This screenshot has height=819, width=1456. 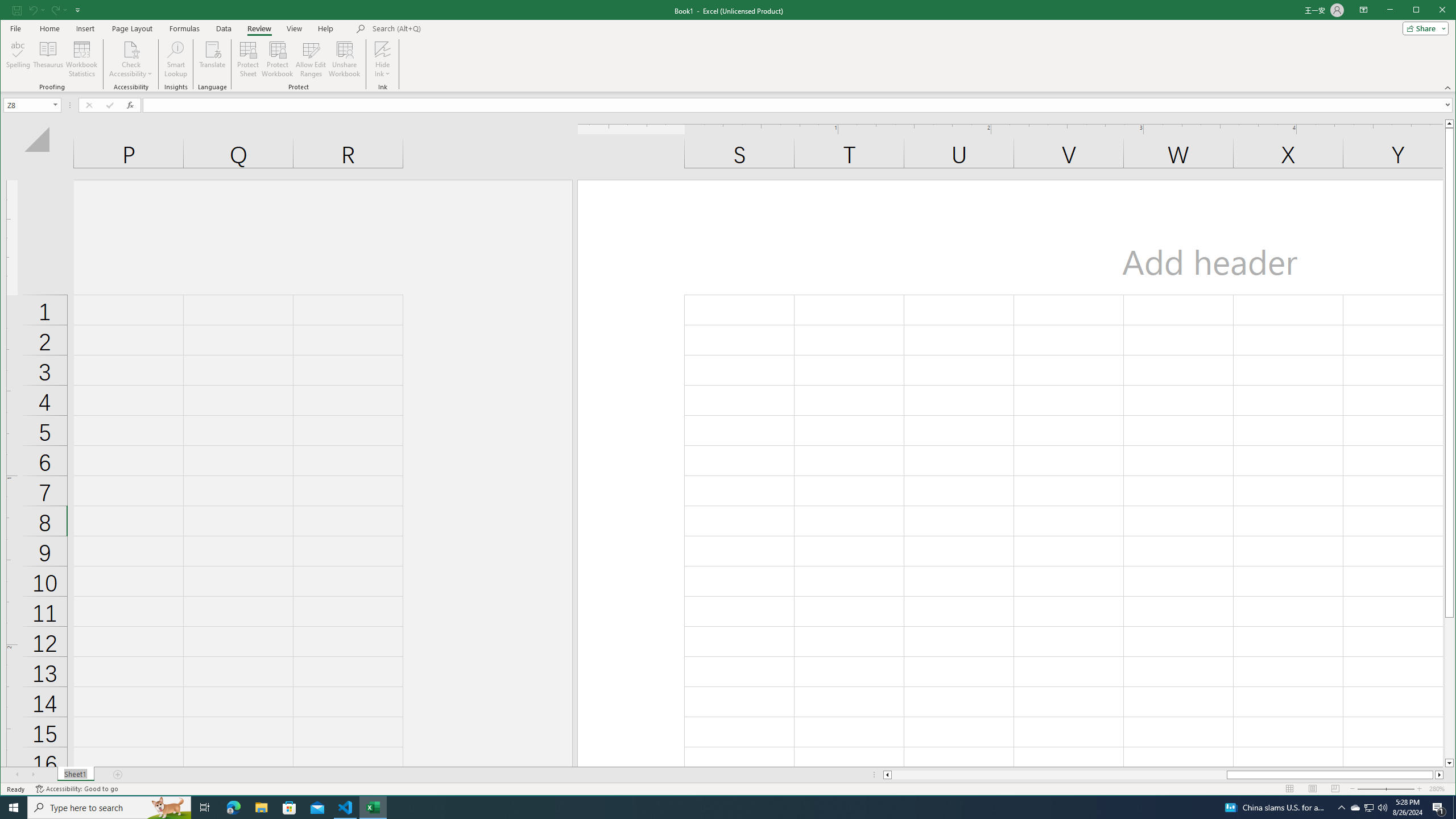 I want to click on 'Start', so click(x=14, y=806).